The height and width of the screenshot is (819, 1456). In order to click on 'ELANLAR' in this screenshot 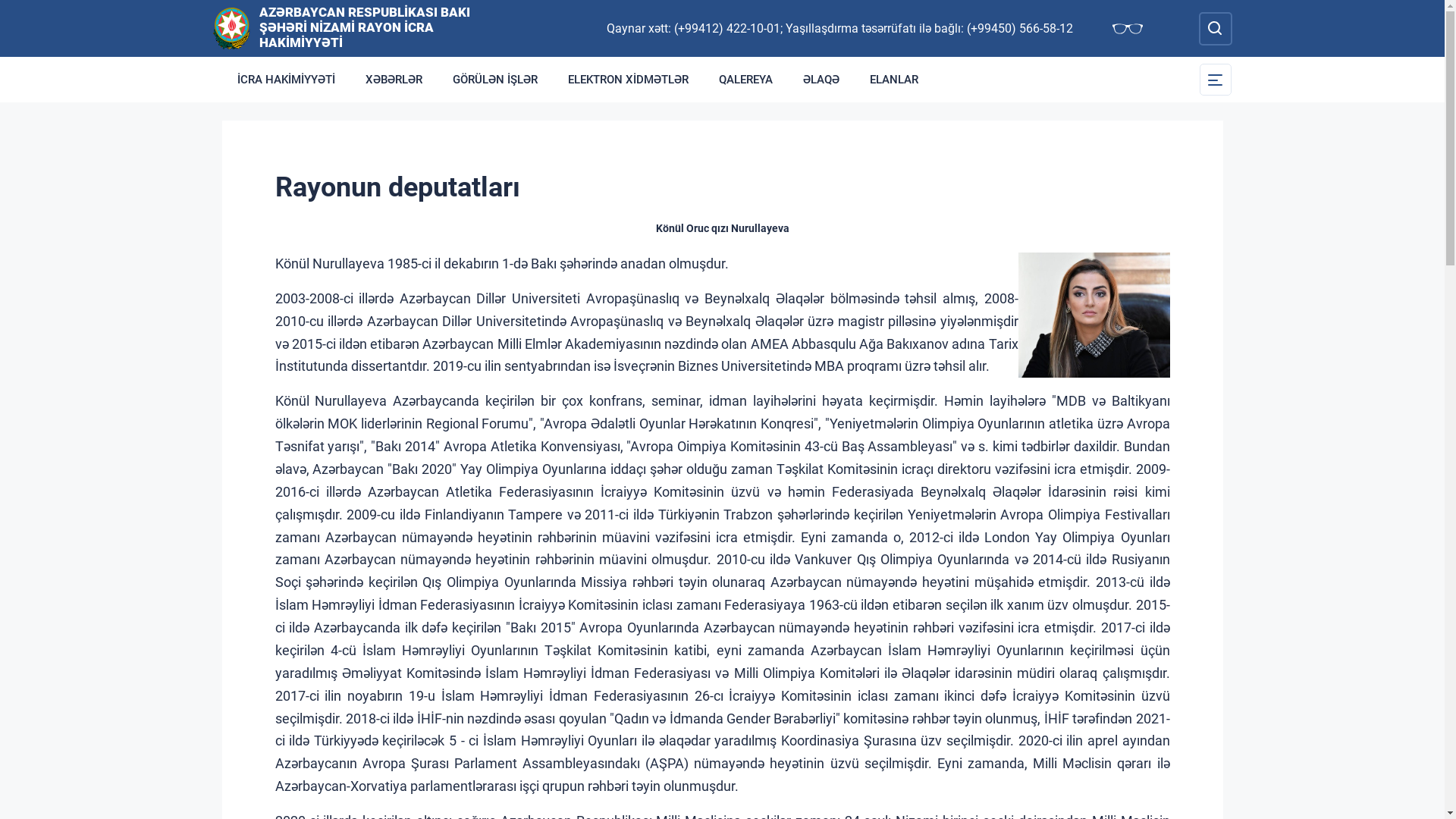, I will do `click(854, 79)`.